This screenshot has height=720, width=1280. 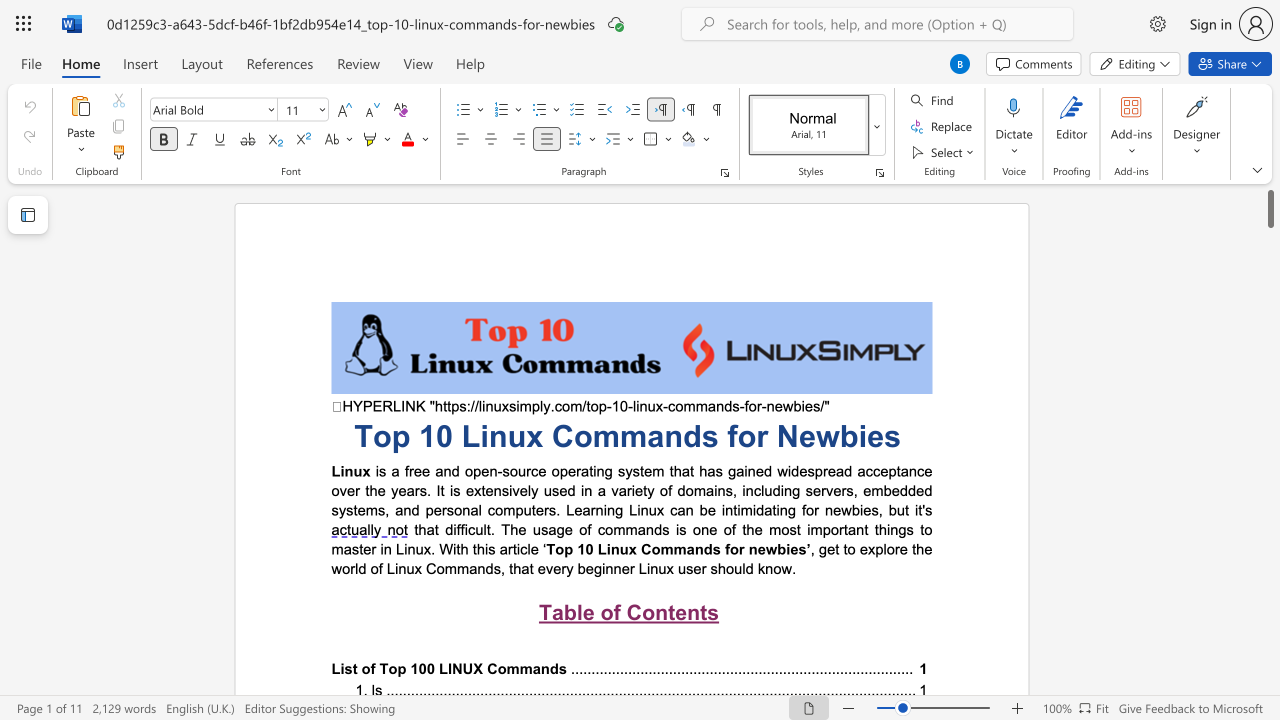 I want to click on the space between the continuous character "s" and ":" in the text, so click(x=464, y=405).